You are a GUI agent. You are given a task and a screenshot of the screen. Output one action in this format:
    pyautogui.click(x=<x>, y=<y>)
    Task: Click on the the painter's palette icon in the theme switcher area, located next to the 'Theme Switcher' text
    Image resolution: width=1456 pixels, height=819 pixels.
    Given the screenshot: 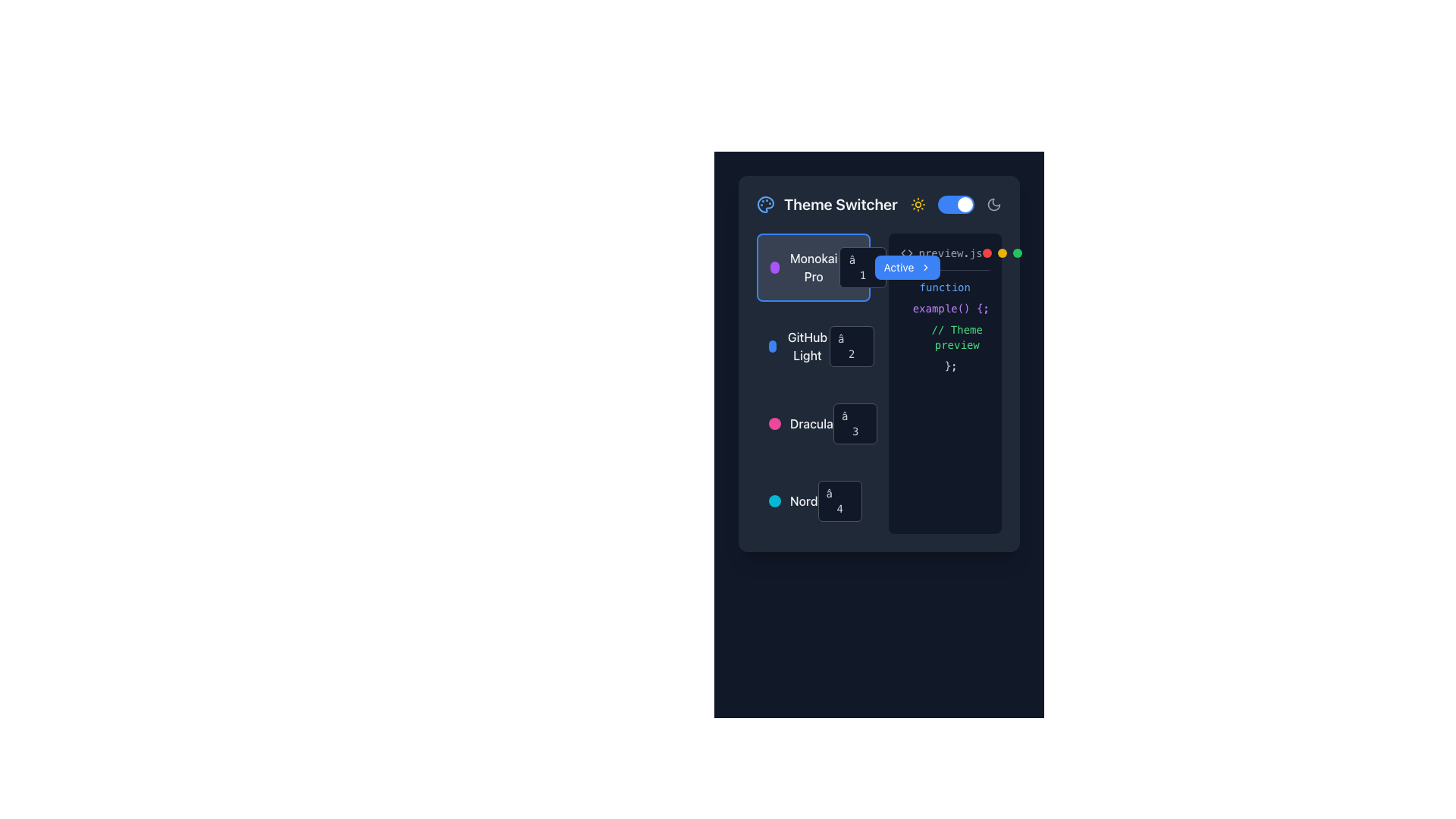 What is the action you would take?
    pyautogui.click(x=765, y=205)
    